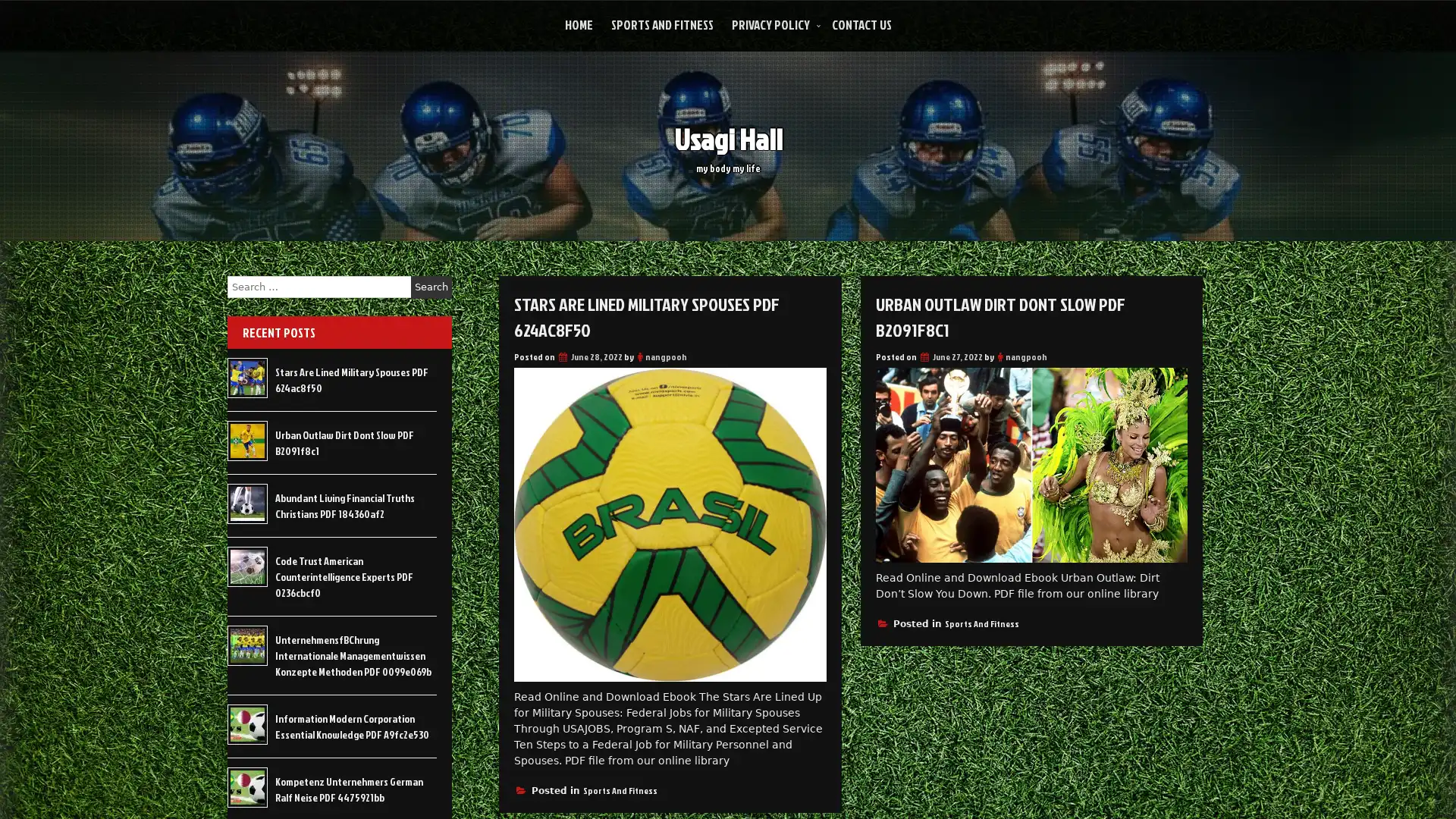 This screenshot has height=819, width=1456. What do you see at coordinates (431, 287) in the screenshot?
I see `Search` at bounding box center [431, 287].